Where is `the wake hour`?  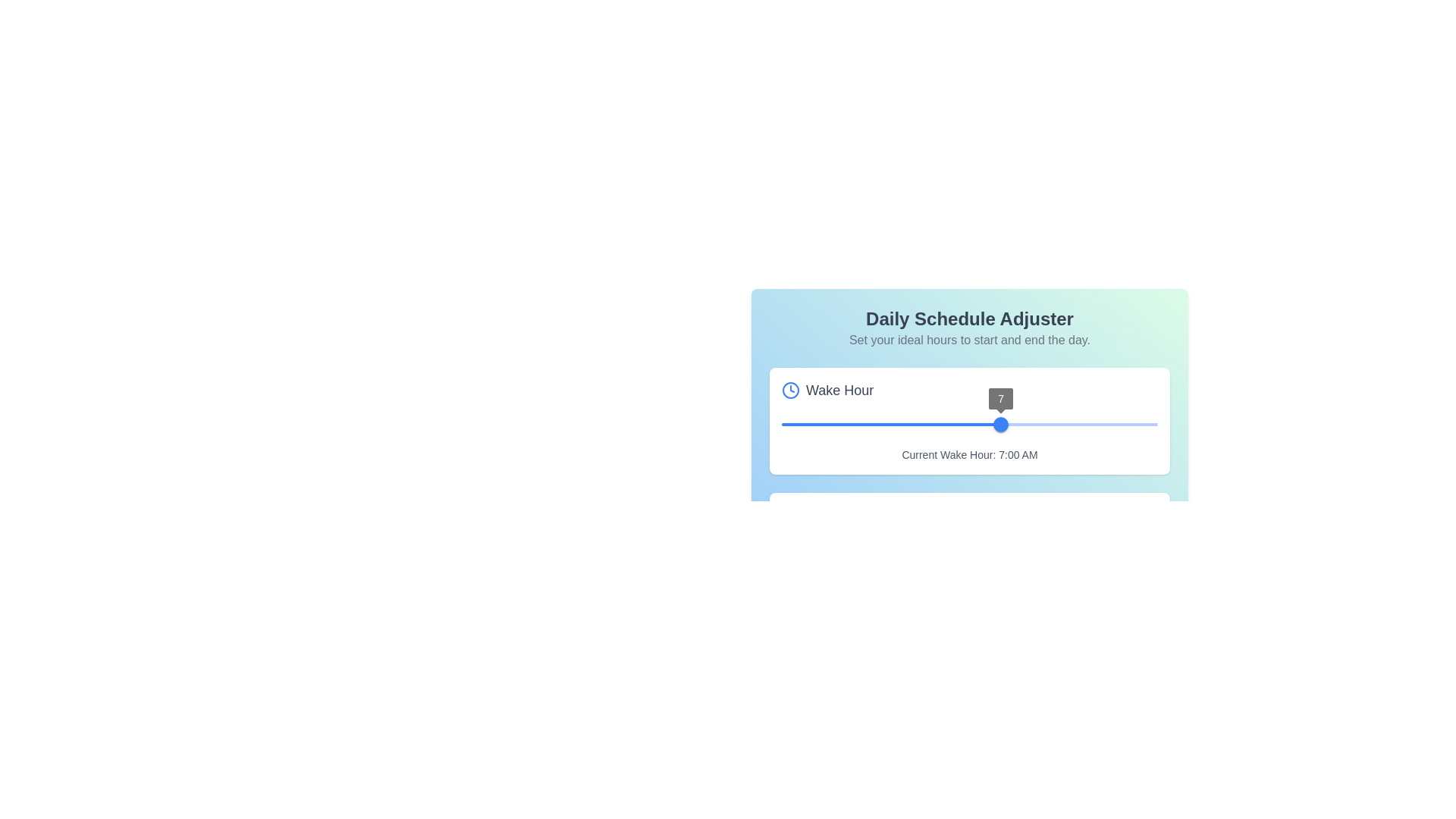 the wake hour is located at coordinates (1031, 424).